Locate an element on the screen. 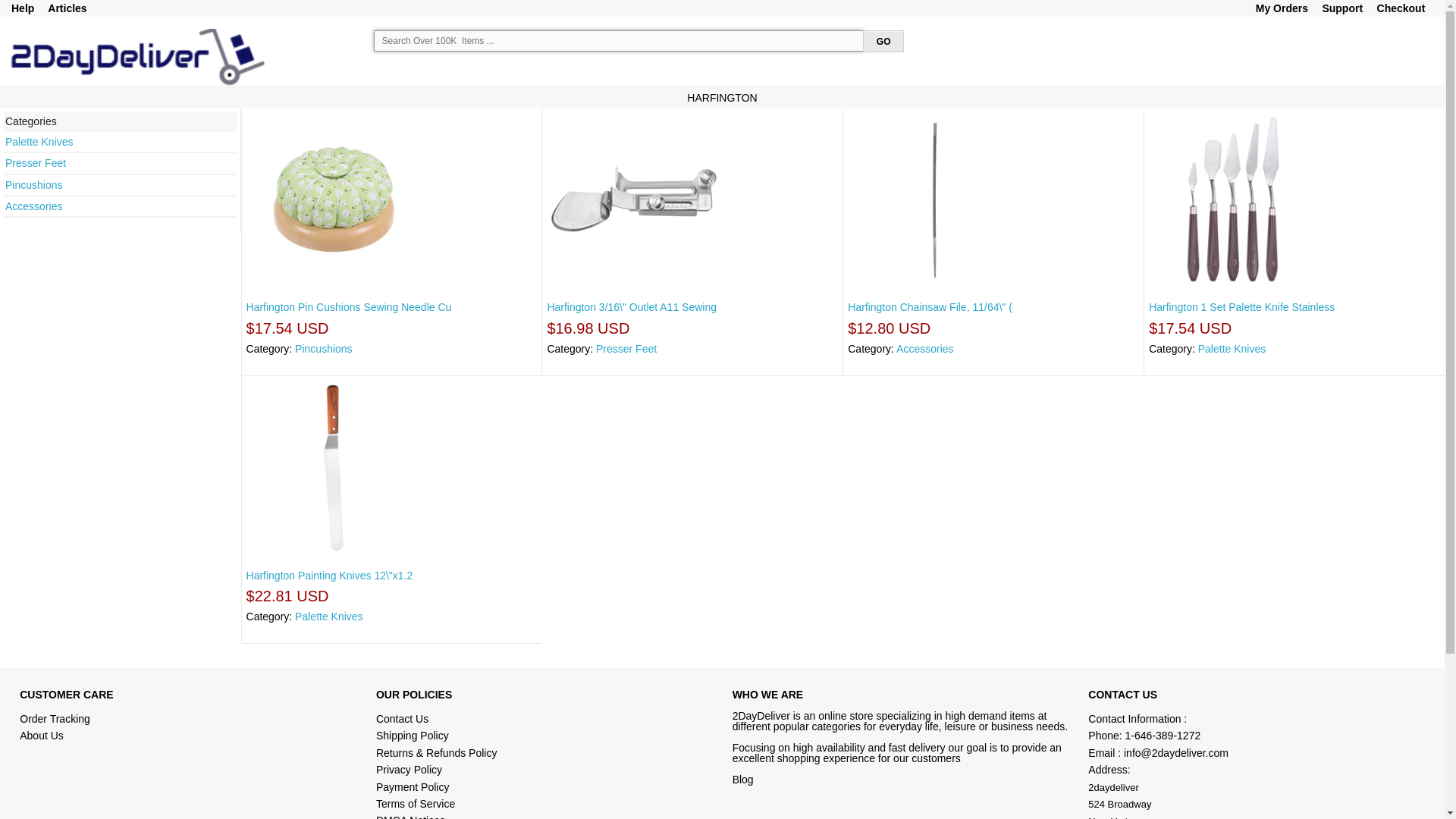  ' GO ' is located at coordinates (883, 40).